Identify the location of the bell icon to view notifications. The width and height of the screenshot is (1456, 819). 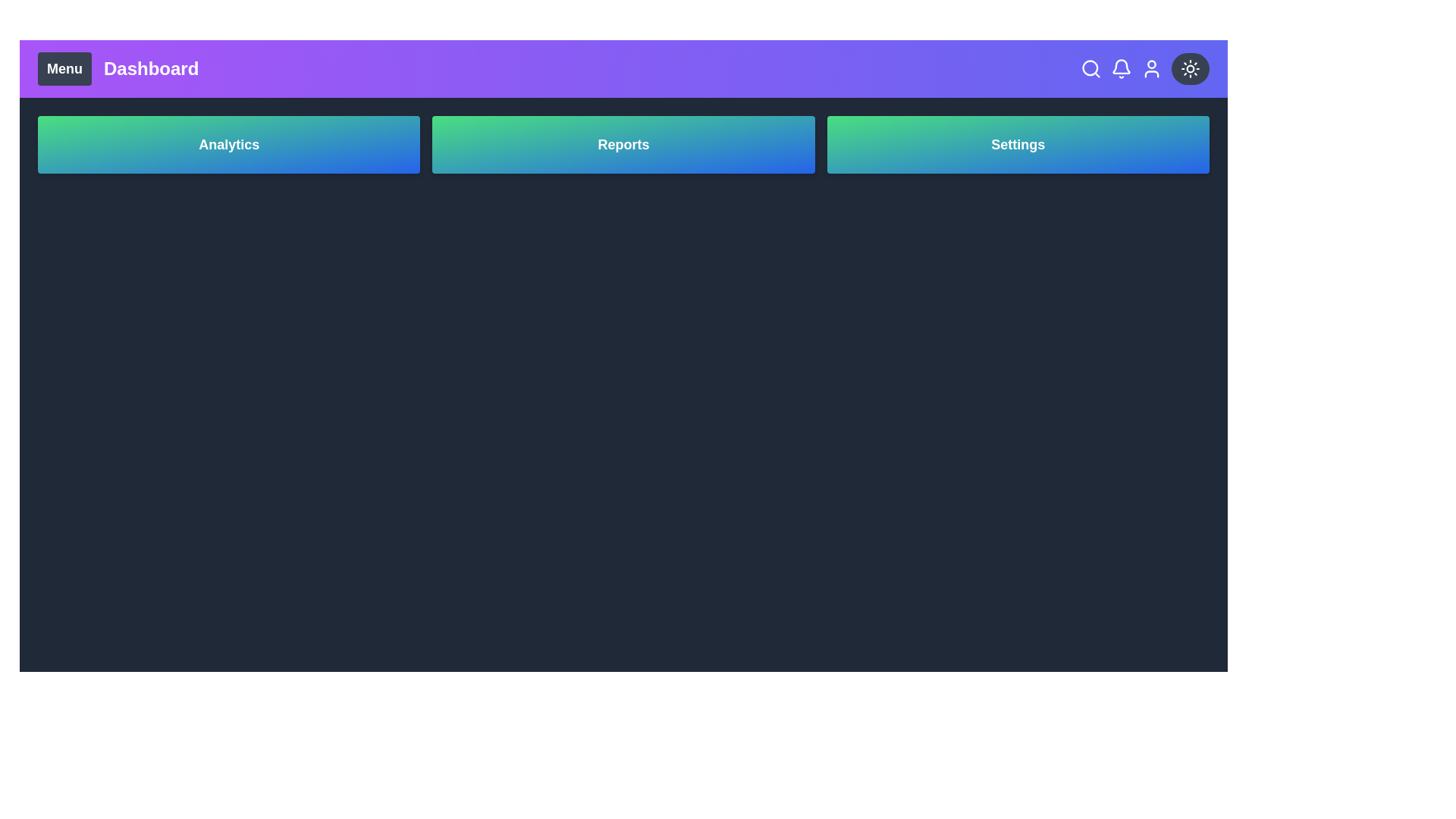
(1121, 69).